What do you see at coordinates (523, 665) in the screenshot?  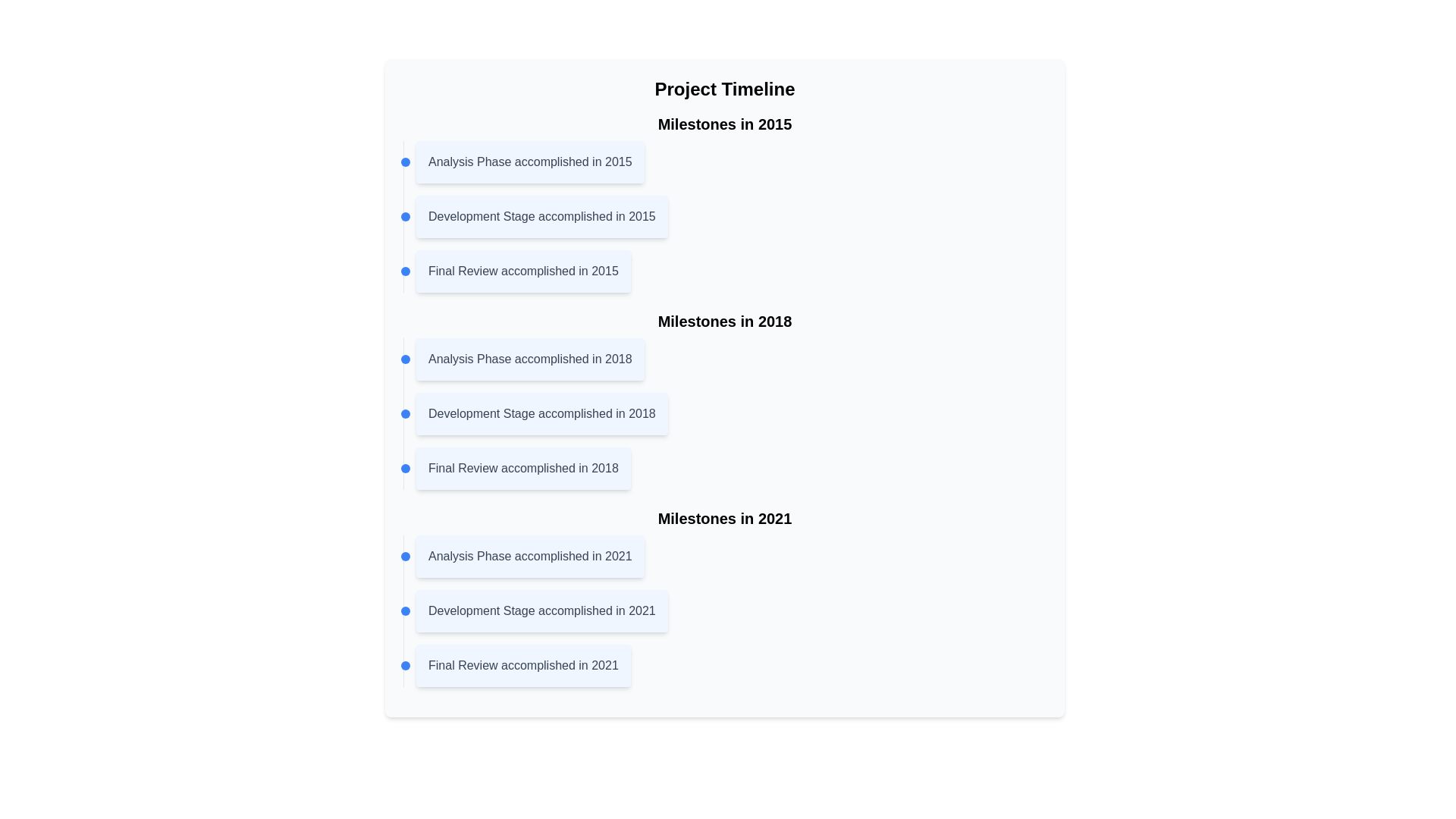 I see `the text label that states 'Final Review accomplished in 2021', which is styled in gray and positioned at the bottom of the 'Milestones in 2021' section of the timeline interface` at bounding box center [523, 665].